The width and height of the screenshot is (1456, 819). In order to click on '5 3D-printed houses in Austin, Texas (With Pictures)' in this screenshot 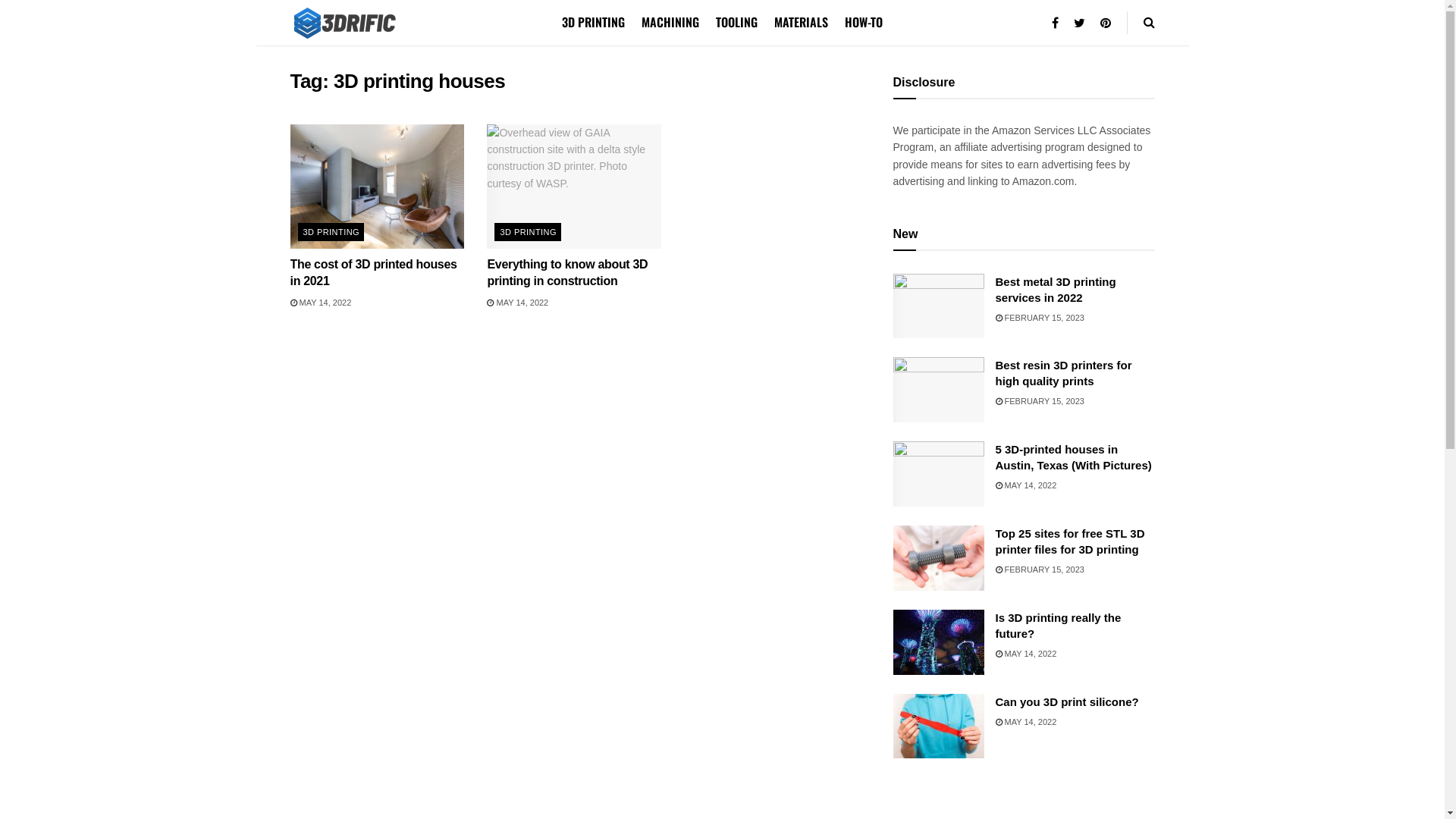, I will do `click(1072, 456)`.